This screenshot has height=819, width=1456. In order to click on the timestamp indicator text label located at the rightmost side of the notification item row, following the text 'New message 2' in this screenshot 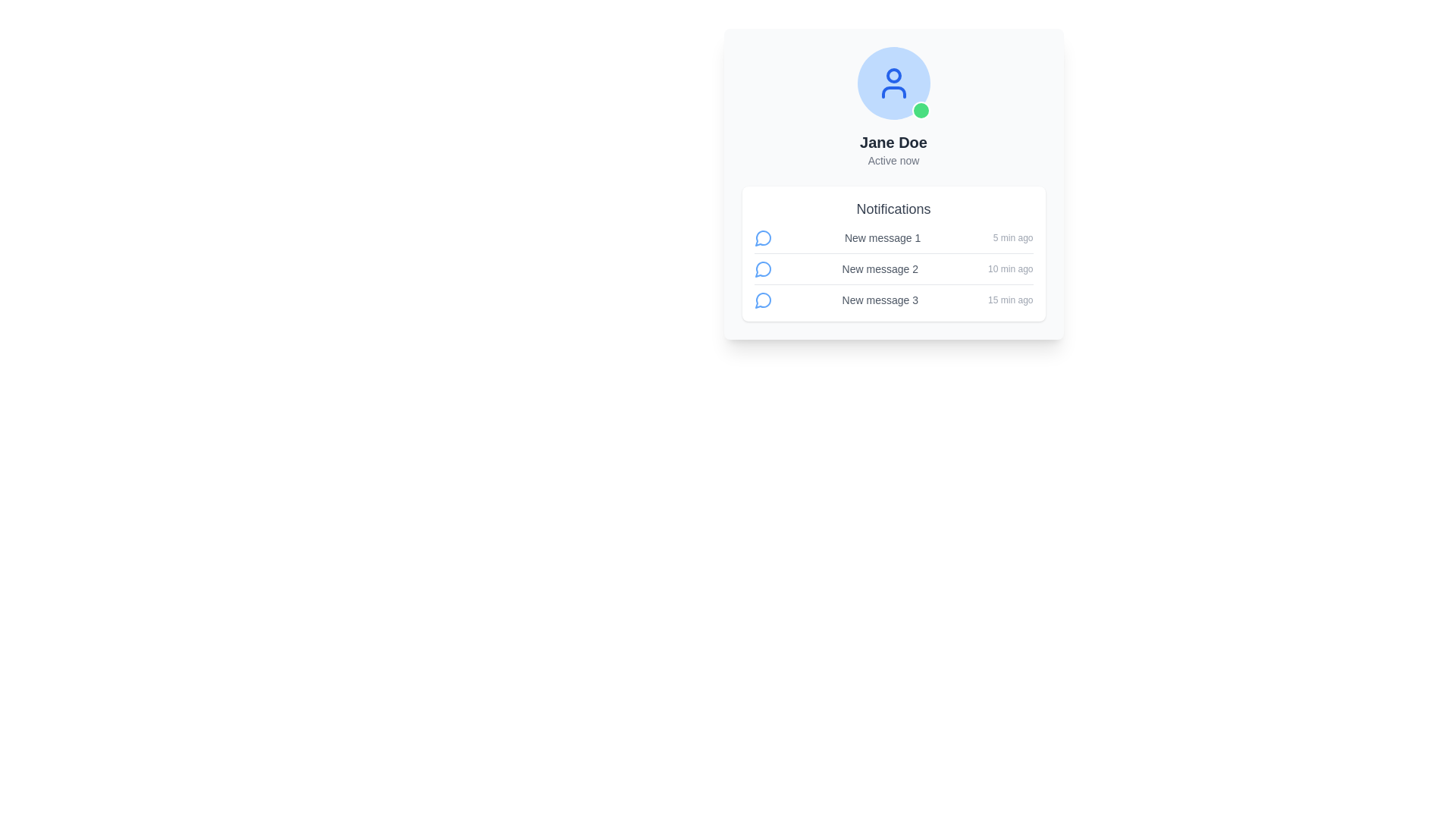, I will do `click(1010, 268)`.